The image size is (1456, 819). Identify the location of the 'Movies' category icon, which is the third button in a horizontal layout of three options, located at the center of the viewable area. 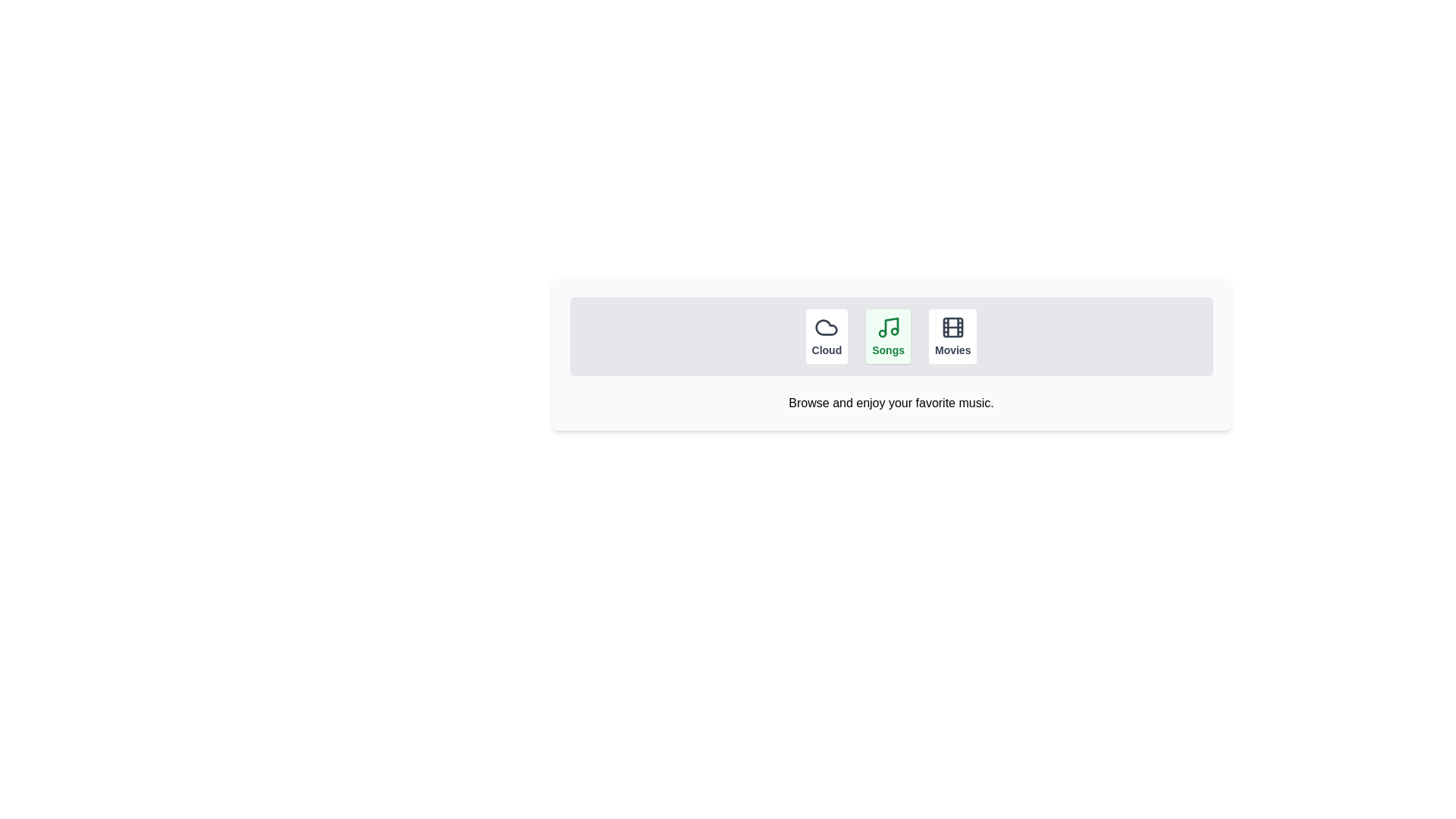
(952, 327).